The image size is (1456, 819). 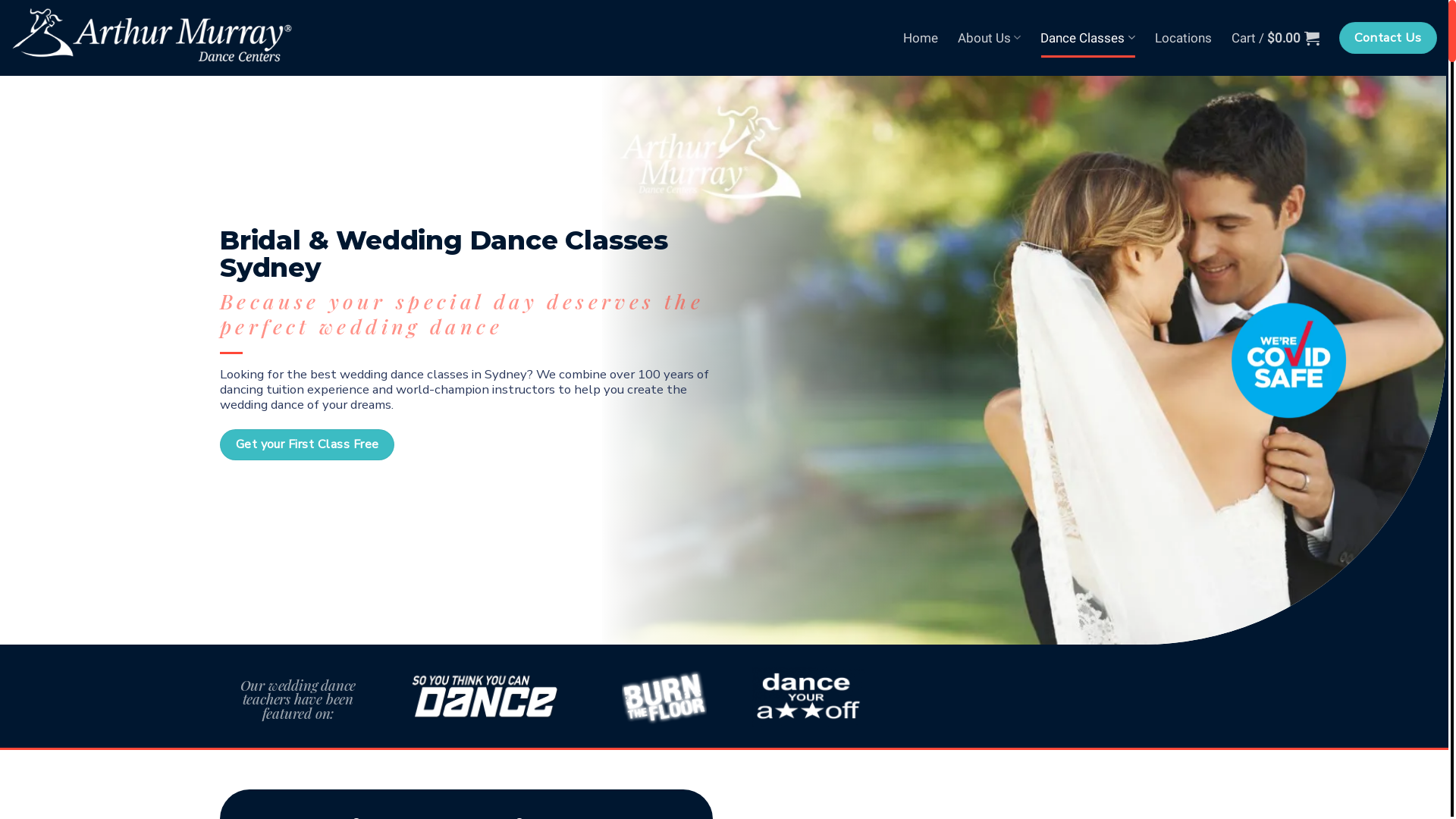 I want to click on 'Get your First Class Free', so click(x=306, y=444).